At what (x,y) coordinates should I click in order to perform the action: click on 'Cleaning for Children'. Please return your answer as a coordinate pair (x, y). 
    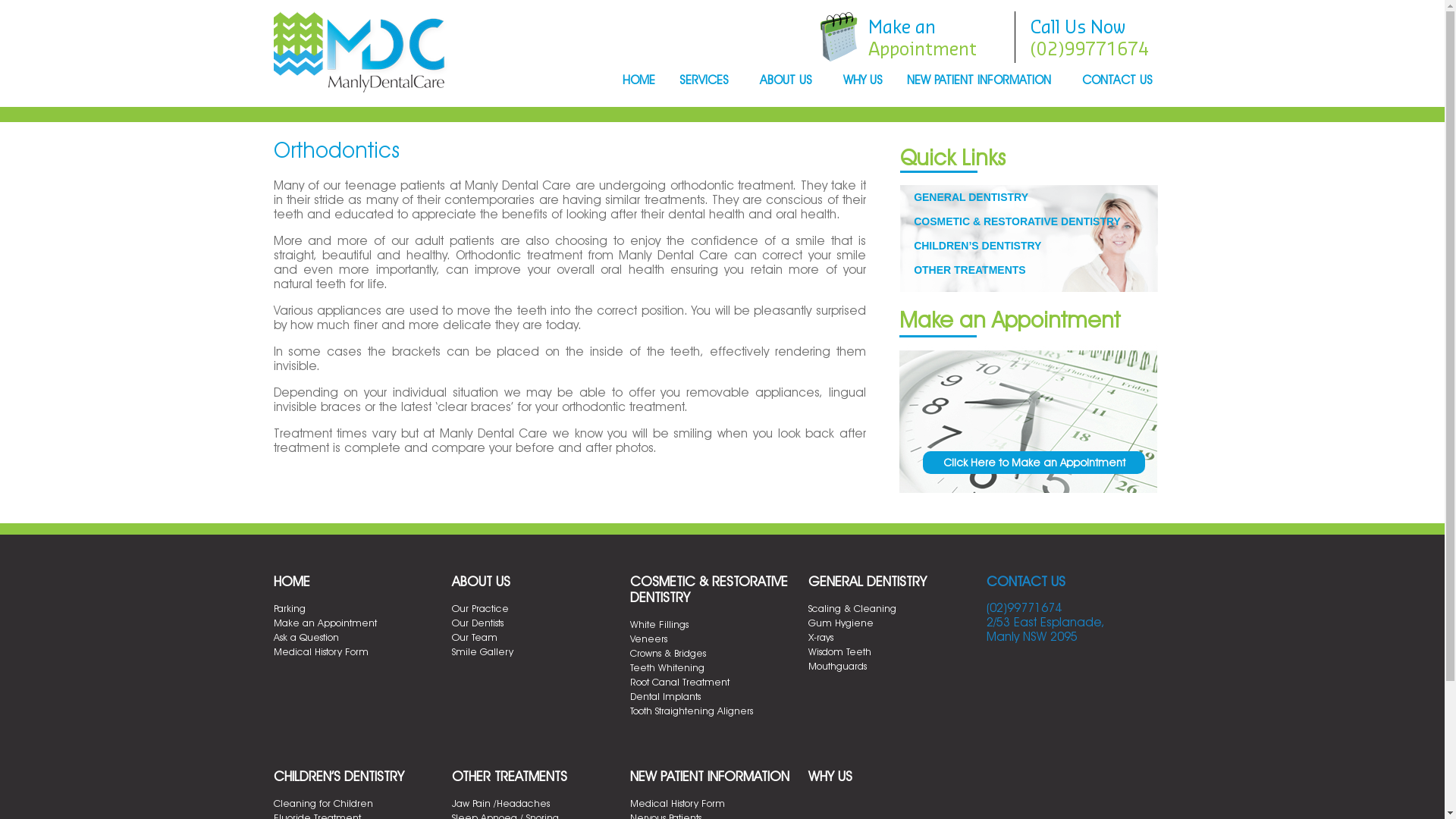
    Looking at the image, I should click on (322, 802).